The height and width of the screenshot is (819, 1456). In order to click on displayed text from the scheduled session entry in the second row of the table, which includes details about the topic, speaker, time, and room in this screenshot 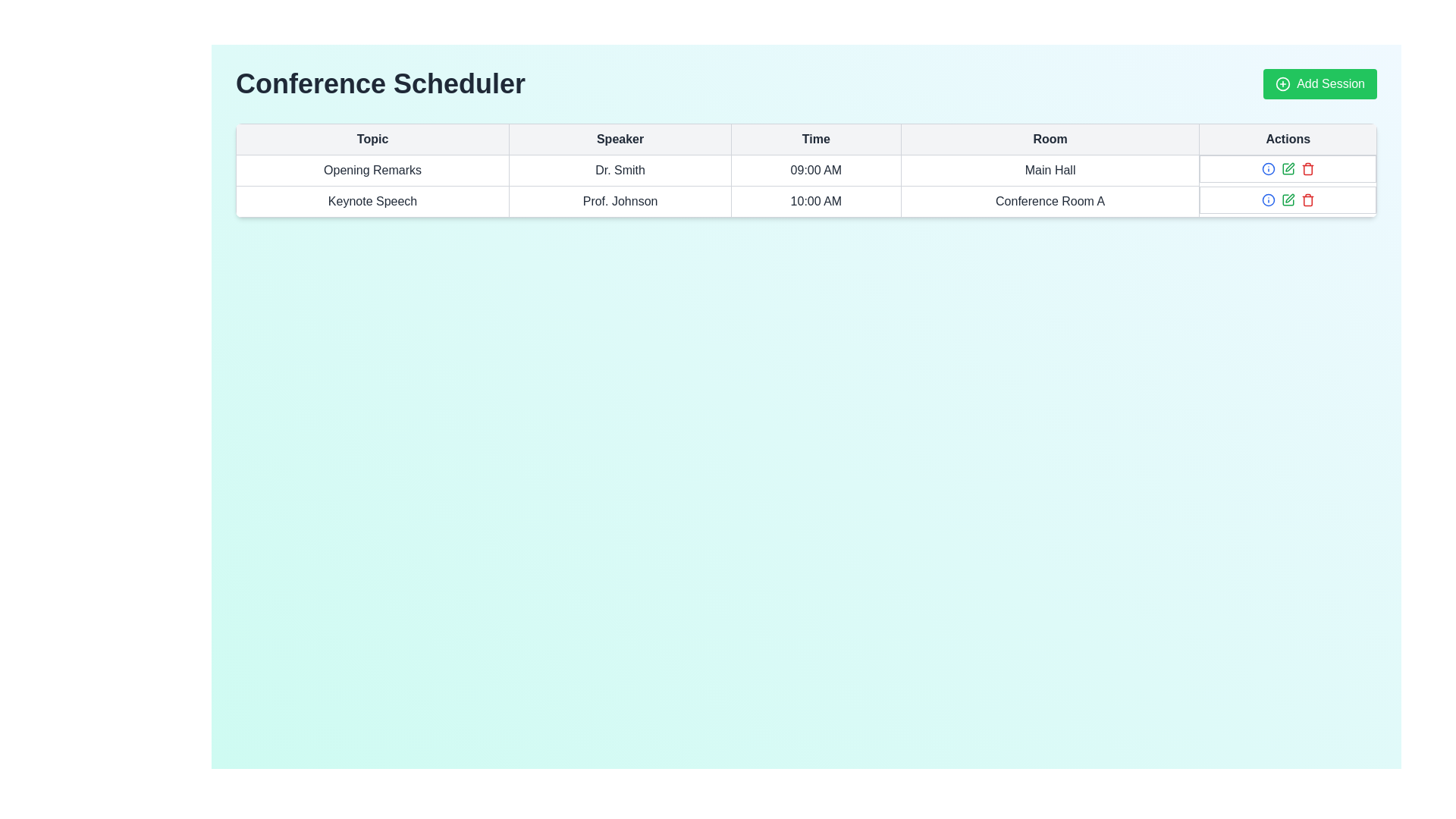, I will do `click(805, 201)`.